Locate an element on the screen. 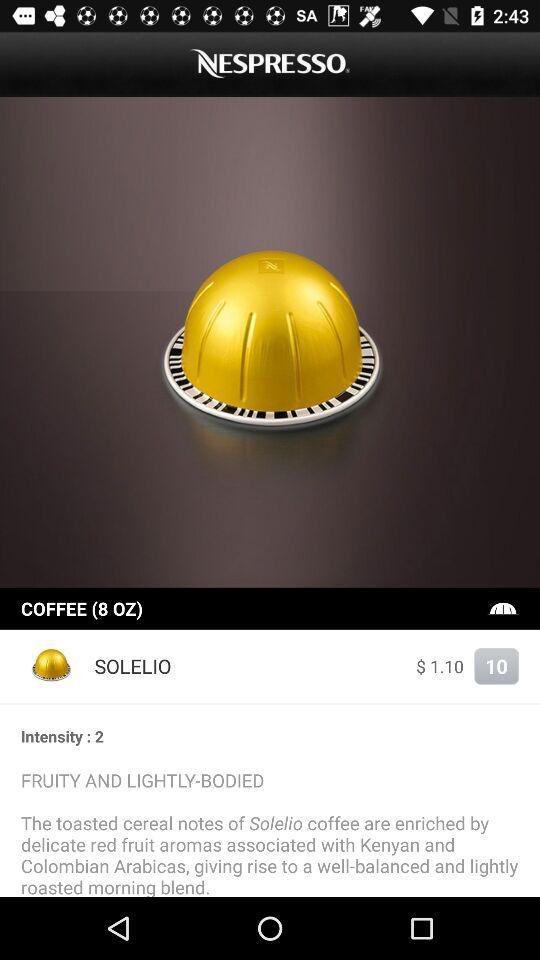 The height and width of the screenshot is (960, 540). fruity and lightly icon is located at coordinates (270, 832).